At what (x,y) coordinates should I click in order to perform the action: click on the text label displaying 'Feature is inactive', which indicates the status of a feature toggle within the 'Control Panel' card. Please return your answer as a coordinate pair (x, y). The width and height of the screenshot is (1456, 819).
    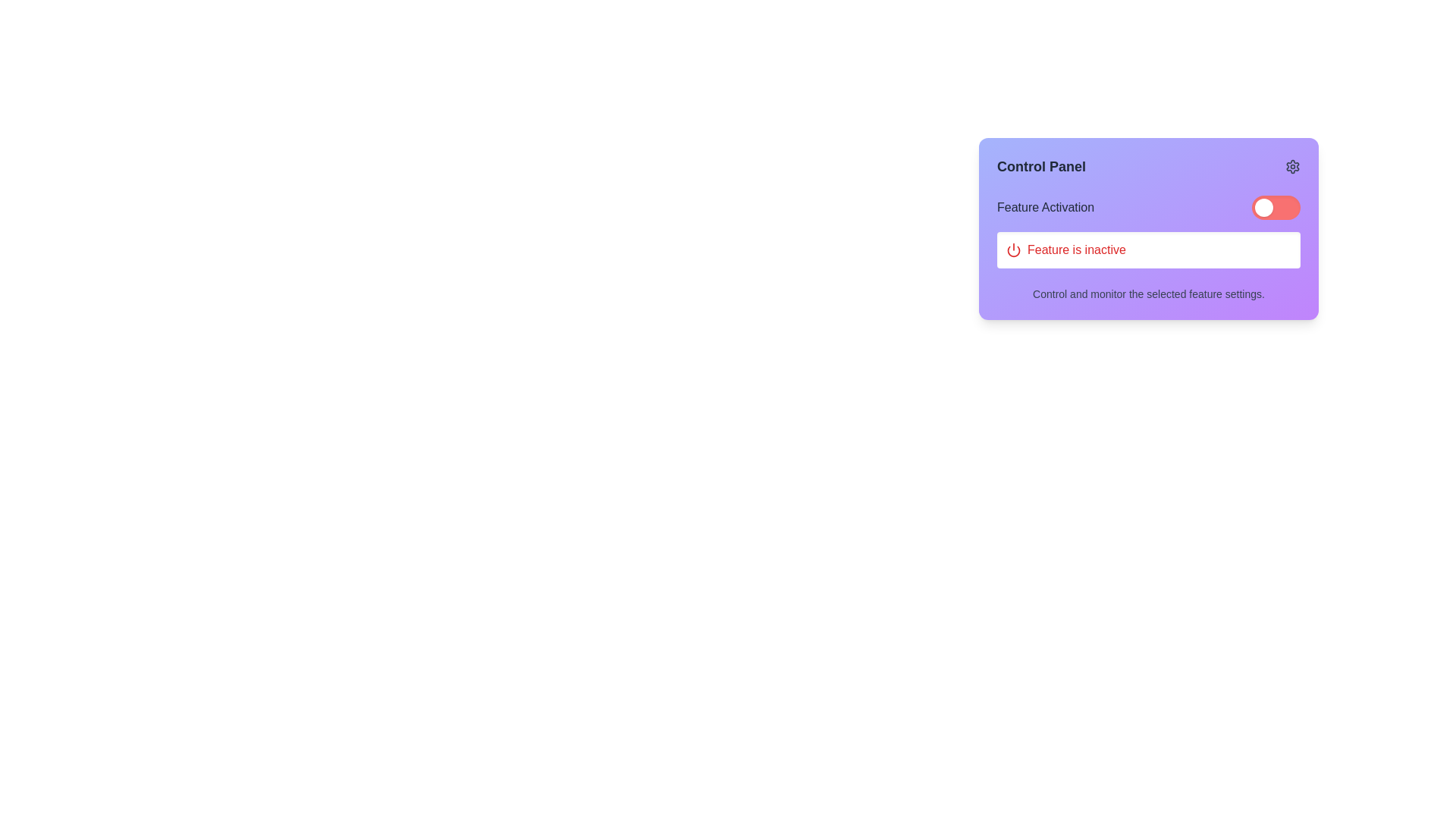
    Looking at the image, I should click on (1149, 231).